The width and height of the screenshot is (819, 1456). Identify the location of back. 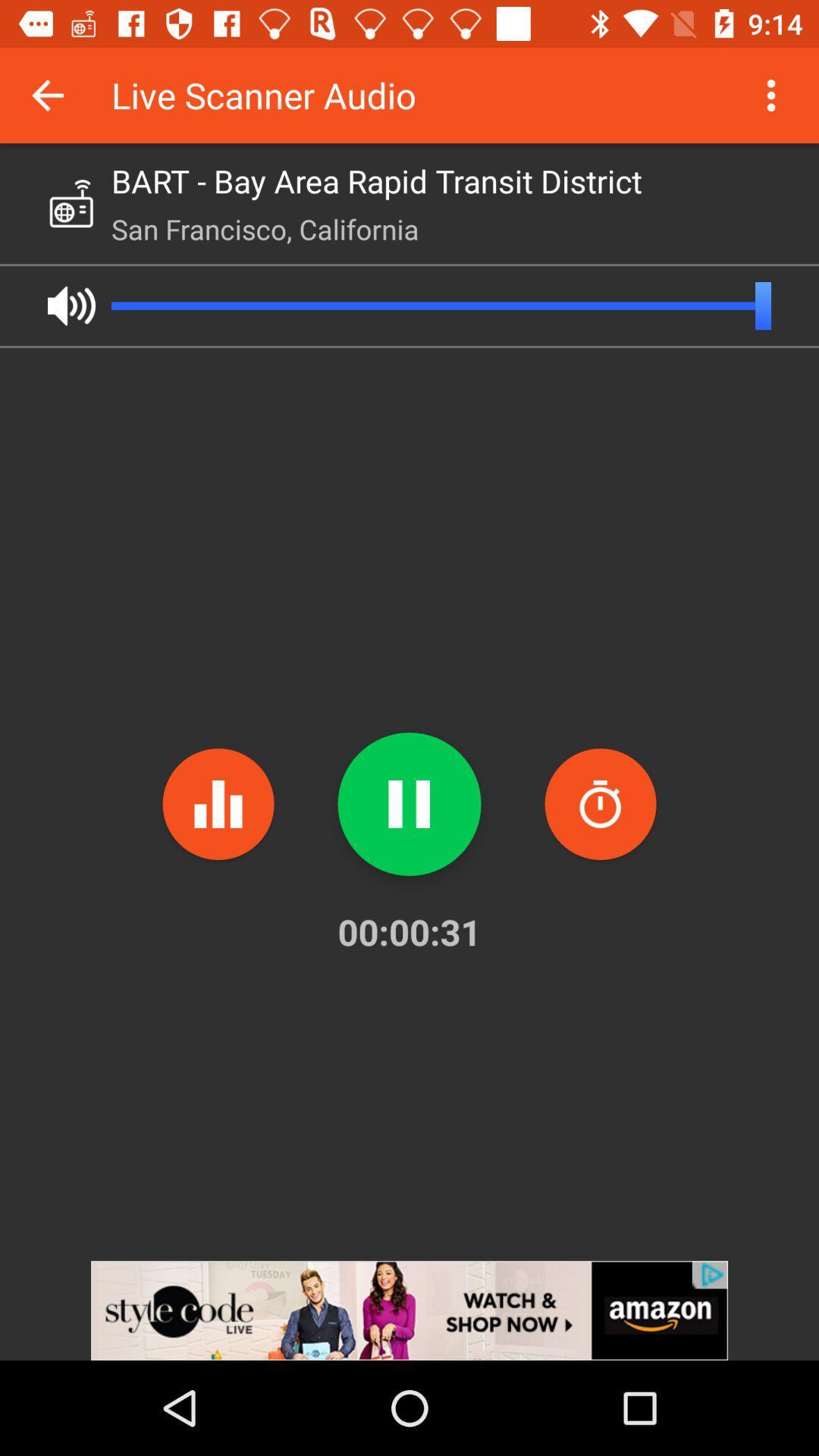
(46, 94).